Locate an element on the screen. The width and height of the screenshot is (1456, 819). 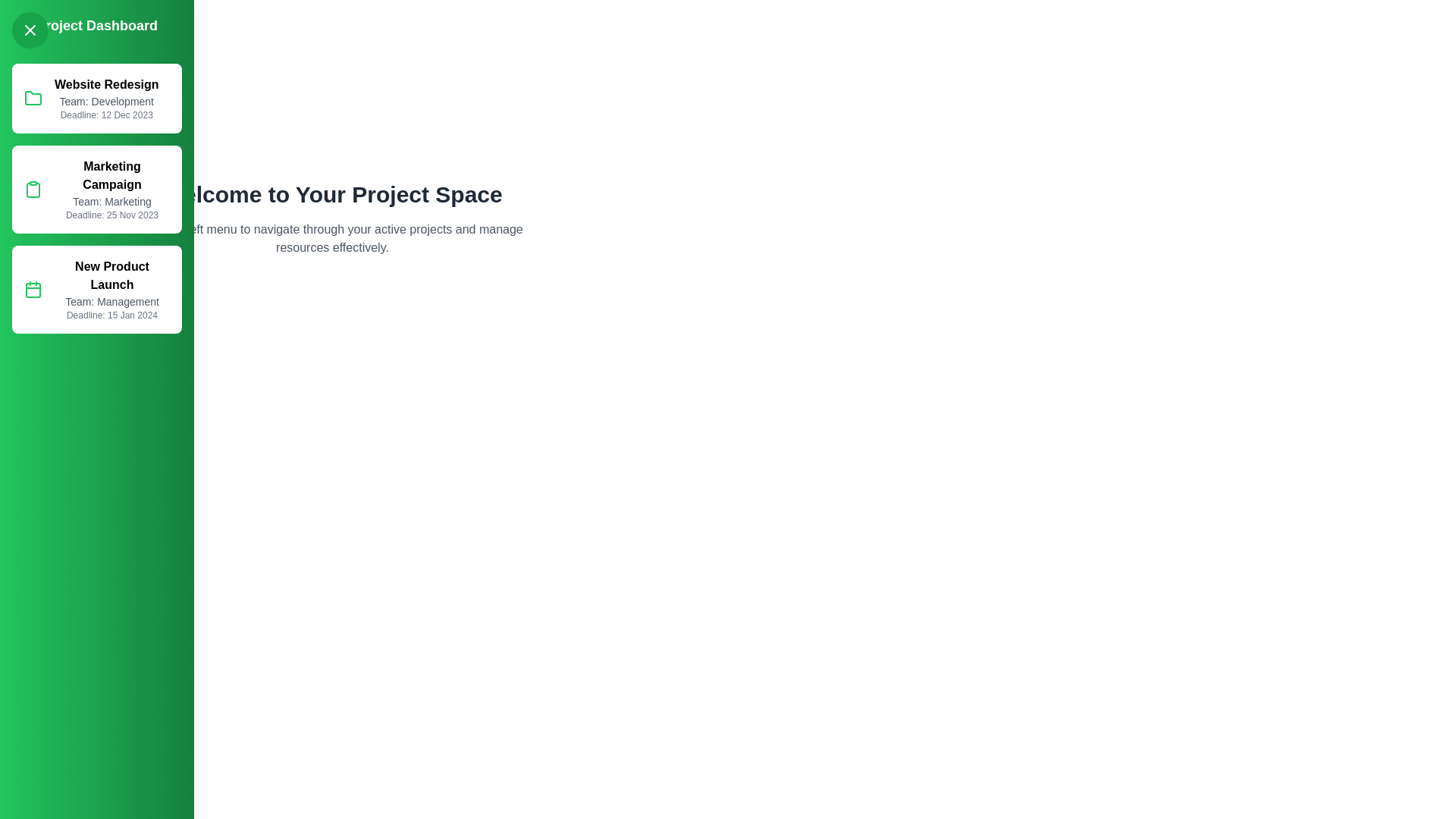
the toggle button to toggle the drawer open or closed is located at coordinates (30, 30).